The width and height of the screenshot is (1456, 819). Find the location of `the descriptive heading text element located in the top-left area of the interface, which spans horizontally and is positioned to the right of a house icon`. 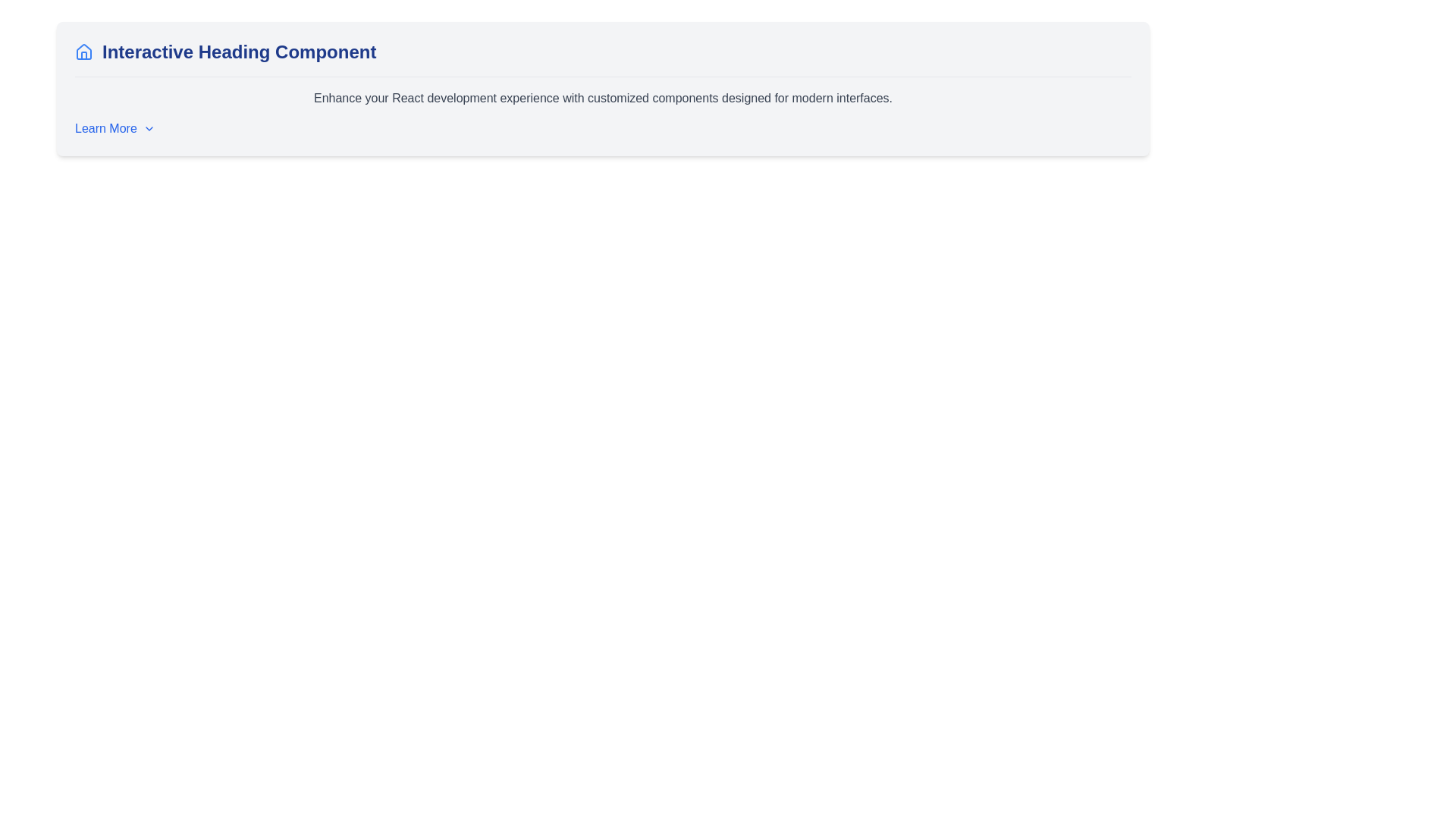

the descriptive heading text element located in the top-left area of the interface, which spans horizontally and is positioned to the right of a house icon is located at coordinates (238, 52).